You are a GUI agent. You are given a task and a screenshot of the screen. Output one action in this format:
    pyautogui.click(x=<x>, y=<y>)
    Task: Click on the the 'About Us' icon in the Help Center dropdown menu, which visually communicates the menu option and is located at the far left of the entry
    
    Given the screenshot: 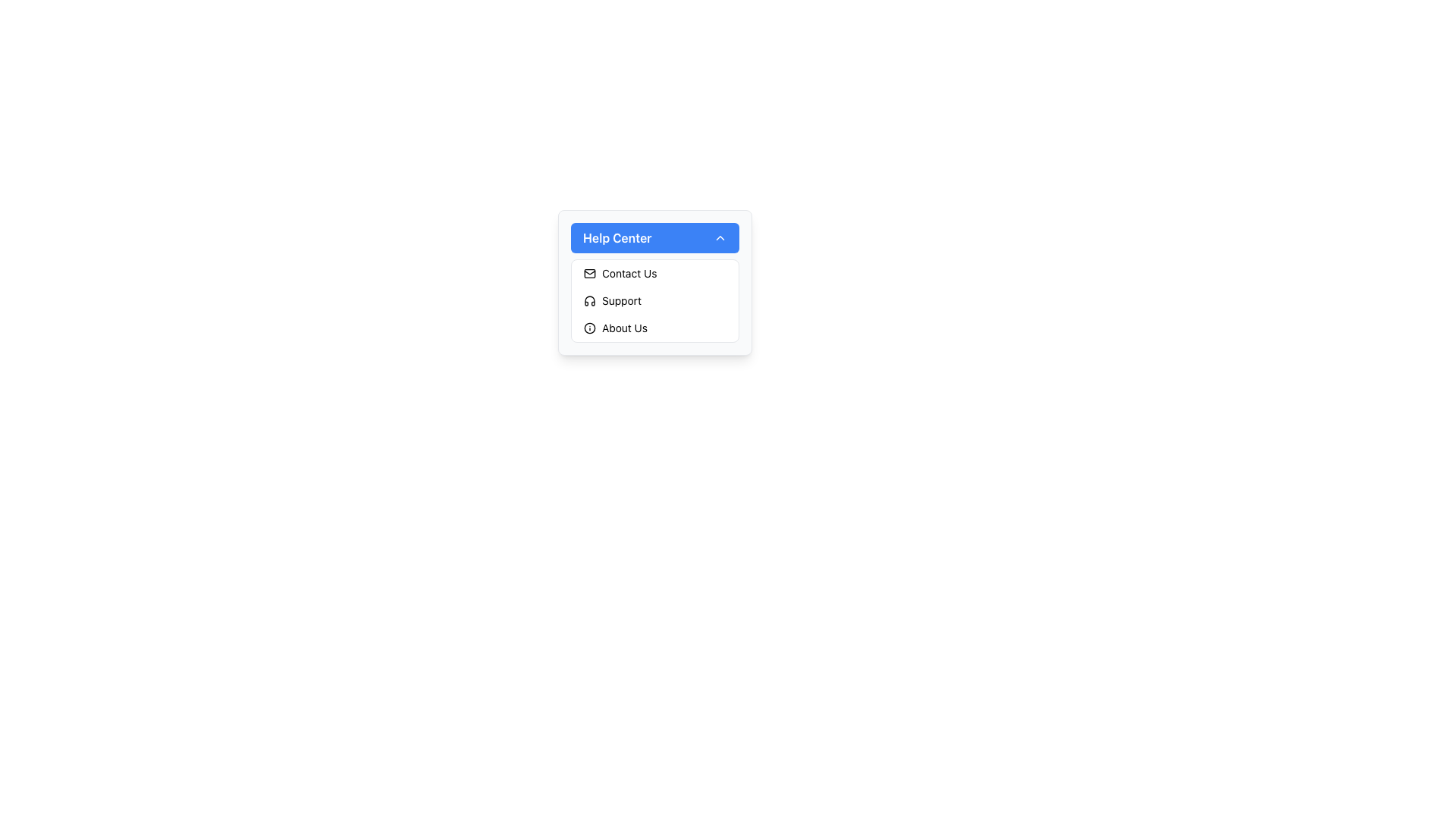 What is the action you would take?
    pyautogui.click(x=588, y=327)
    